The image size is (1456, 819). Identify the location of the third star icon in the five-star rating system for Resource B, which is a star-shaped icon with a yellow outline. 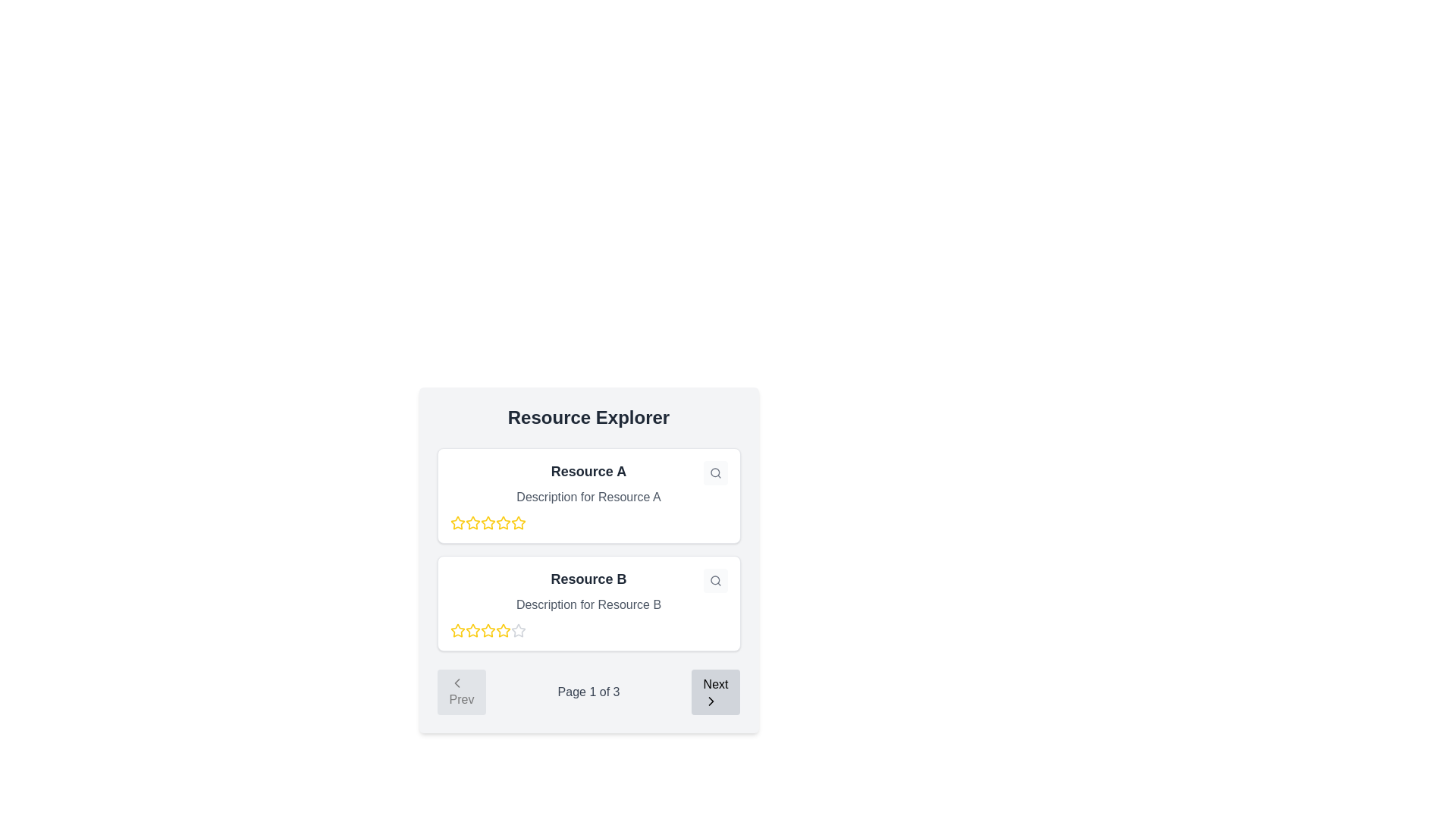
(472, 631).